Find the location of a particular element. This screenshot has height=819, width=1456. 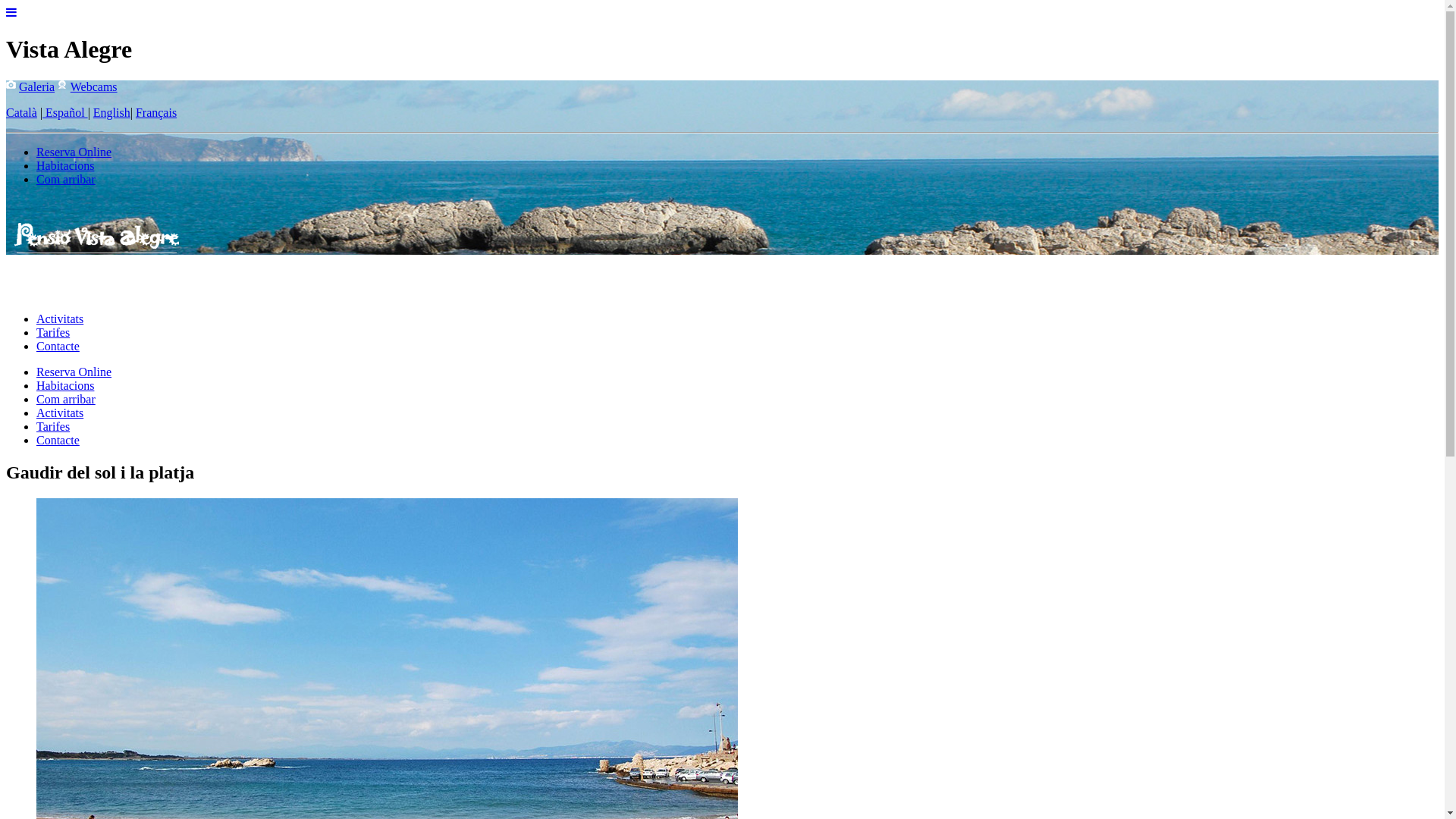

'Contacte' is located at coordinates (58, 440).